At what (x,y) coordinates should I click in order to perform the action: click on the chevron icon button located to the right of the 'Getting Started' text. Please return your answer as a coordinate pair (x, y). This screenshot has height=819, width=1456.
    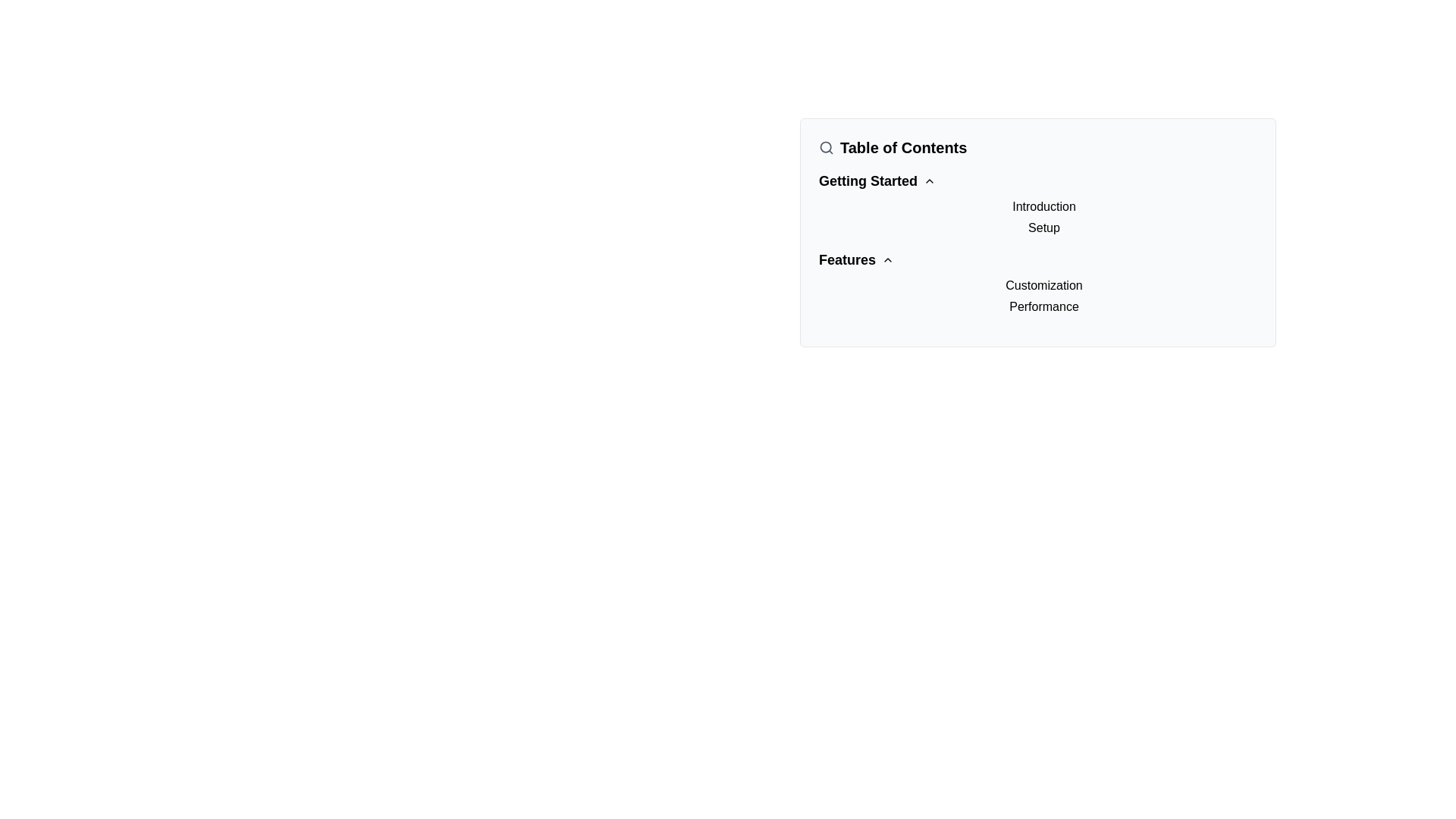
    Looking at the image, I should click on (929, 180).